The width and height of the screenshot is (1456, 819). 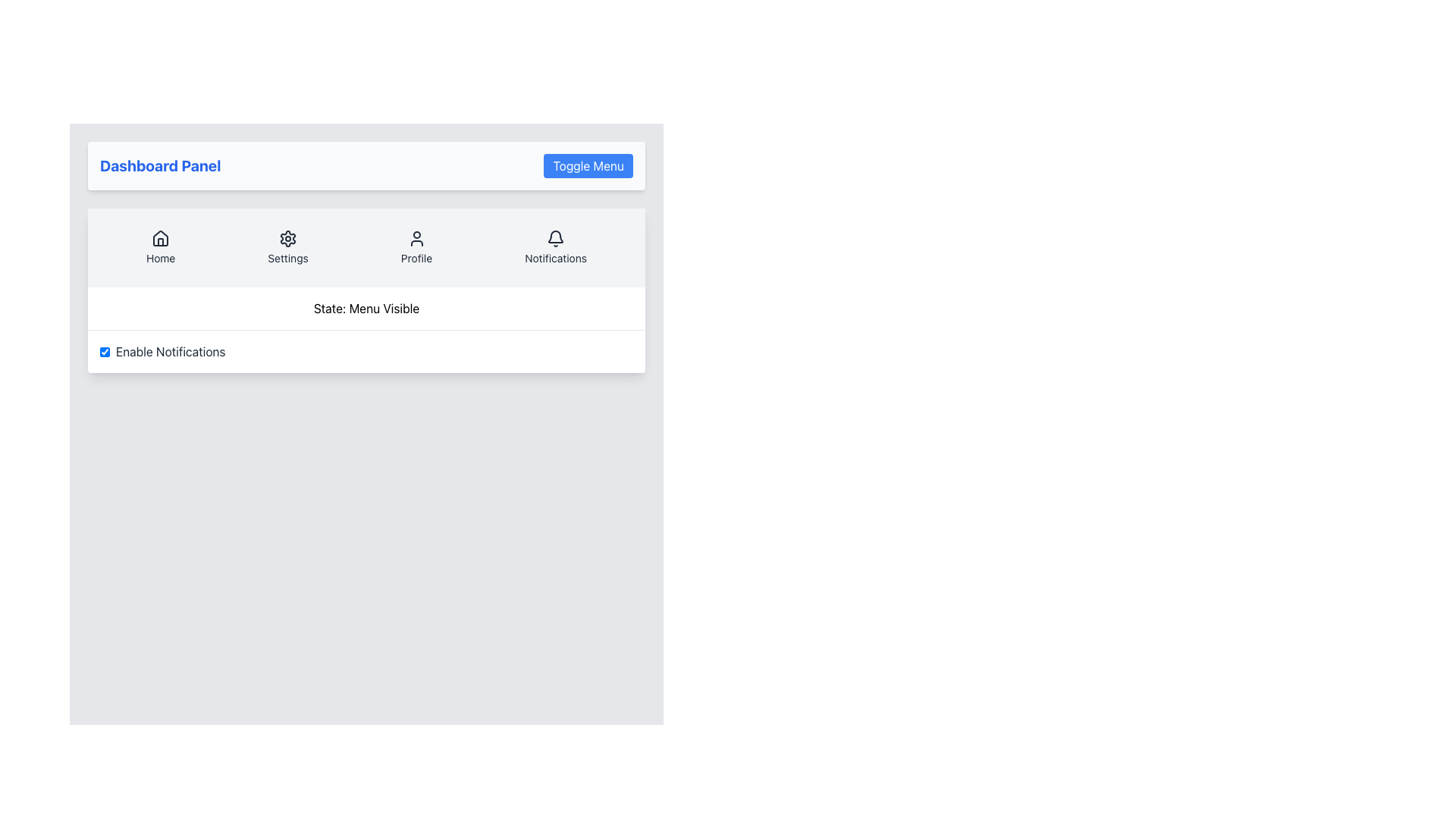 I want to click on the checkbox labeled 'Enable Notifications', so click(x=366, y=351).